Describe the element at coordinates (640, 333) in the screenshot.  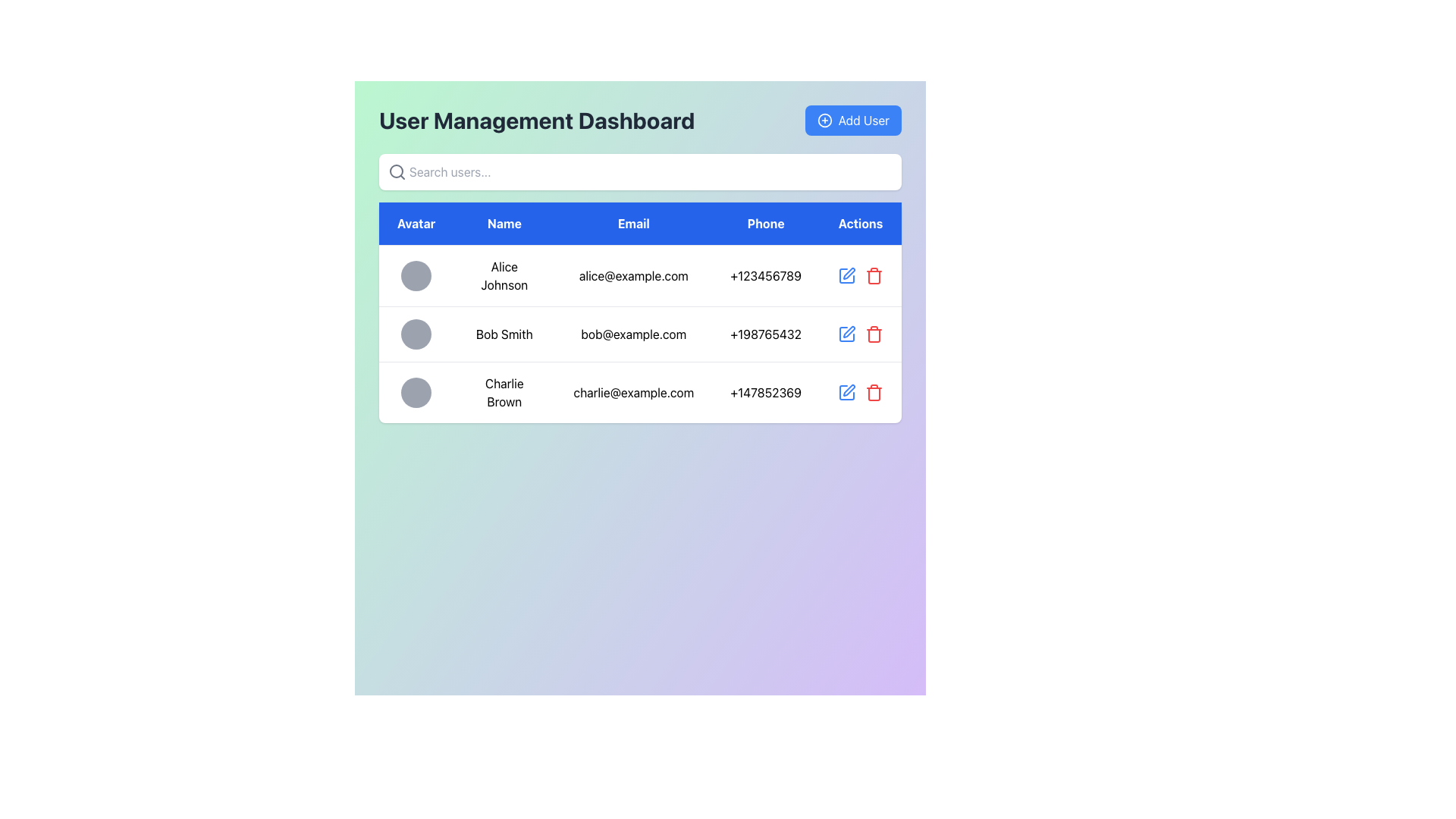
I see `the table row containing the entry for 'Bob Smith', which includes a light gray circular avatar, the email 'bob@example.com', and action buttons for editing and deleting` at that location.